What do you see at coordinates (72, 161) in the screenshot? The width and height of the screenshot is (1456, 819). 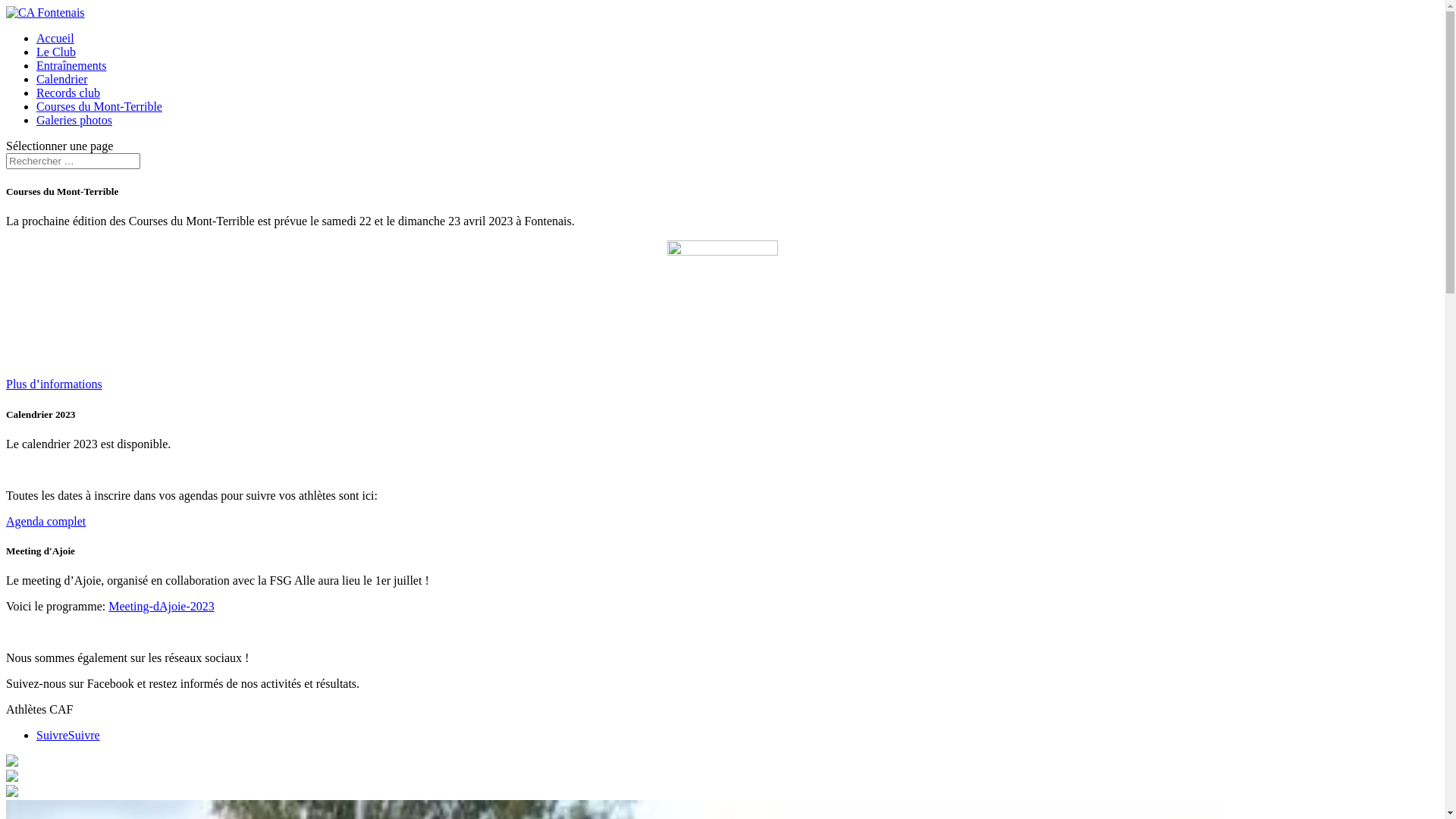 I see `'Rechercher:'` at bounding box center [72, 161].